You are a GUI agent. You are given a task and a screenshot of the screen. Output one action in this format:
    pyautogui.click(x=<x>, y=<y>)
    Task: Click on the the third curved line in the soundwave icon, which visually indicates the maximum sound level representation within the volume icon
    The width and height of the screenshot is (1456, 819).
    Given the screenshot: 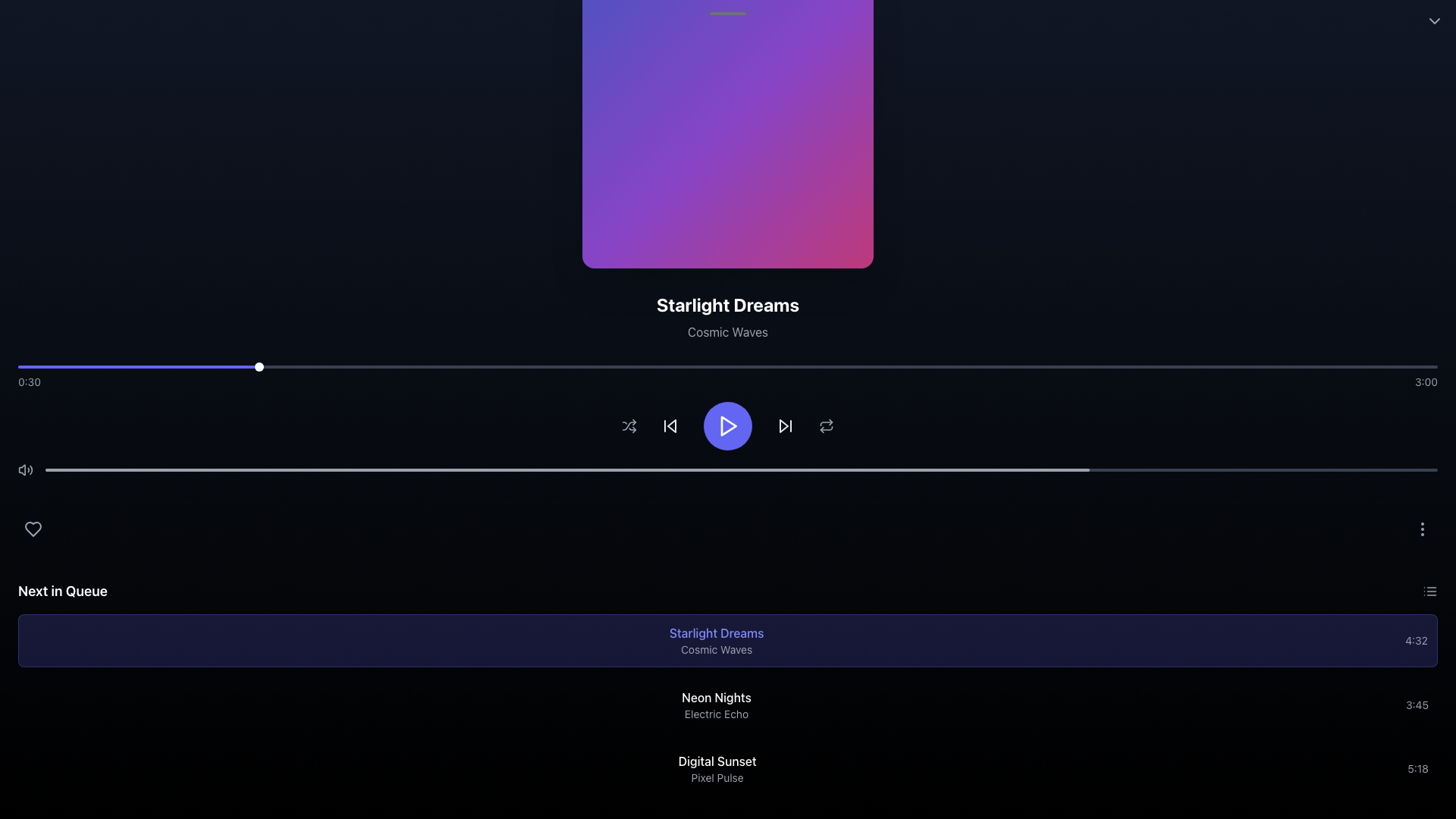 What is the action you would take?
    pyautogui.click(x=31, y=469)
    